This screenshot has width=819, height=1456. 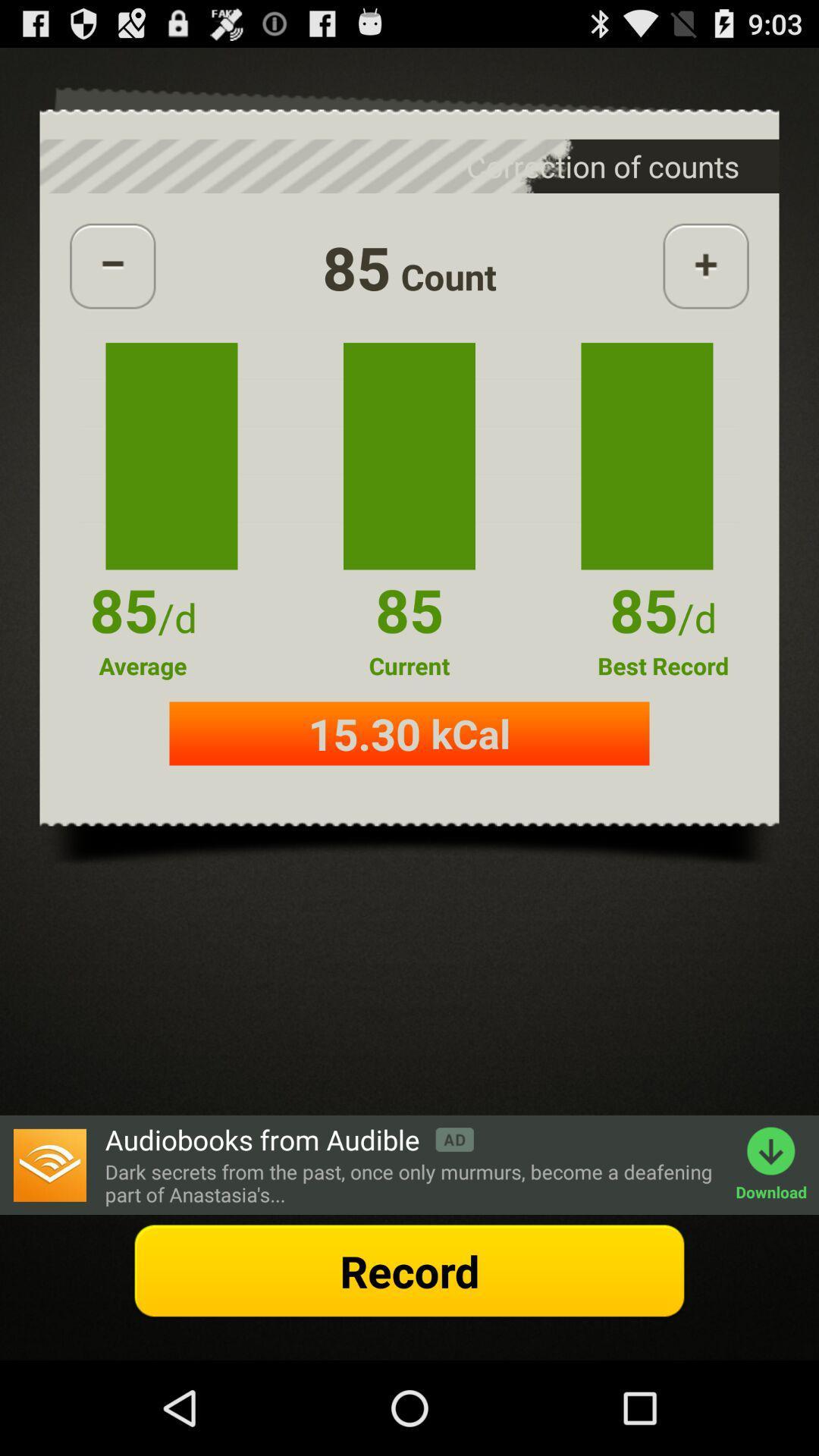 I want to click on the text which is above the add button, so click(x=640, y=166).